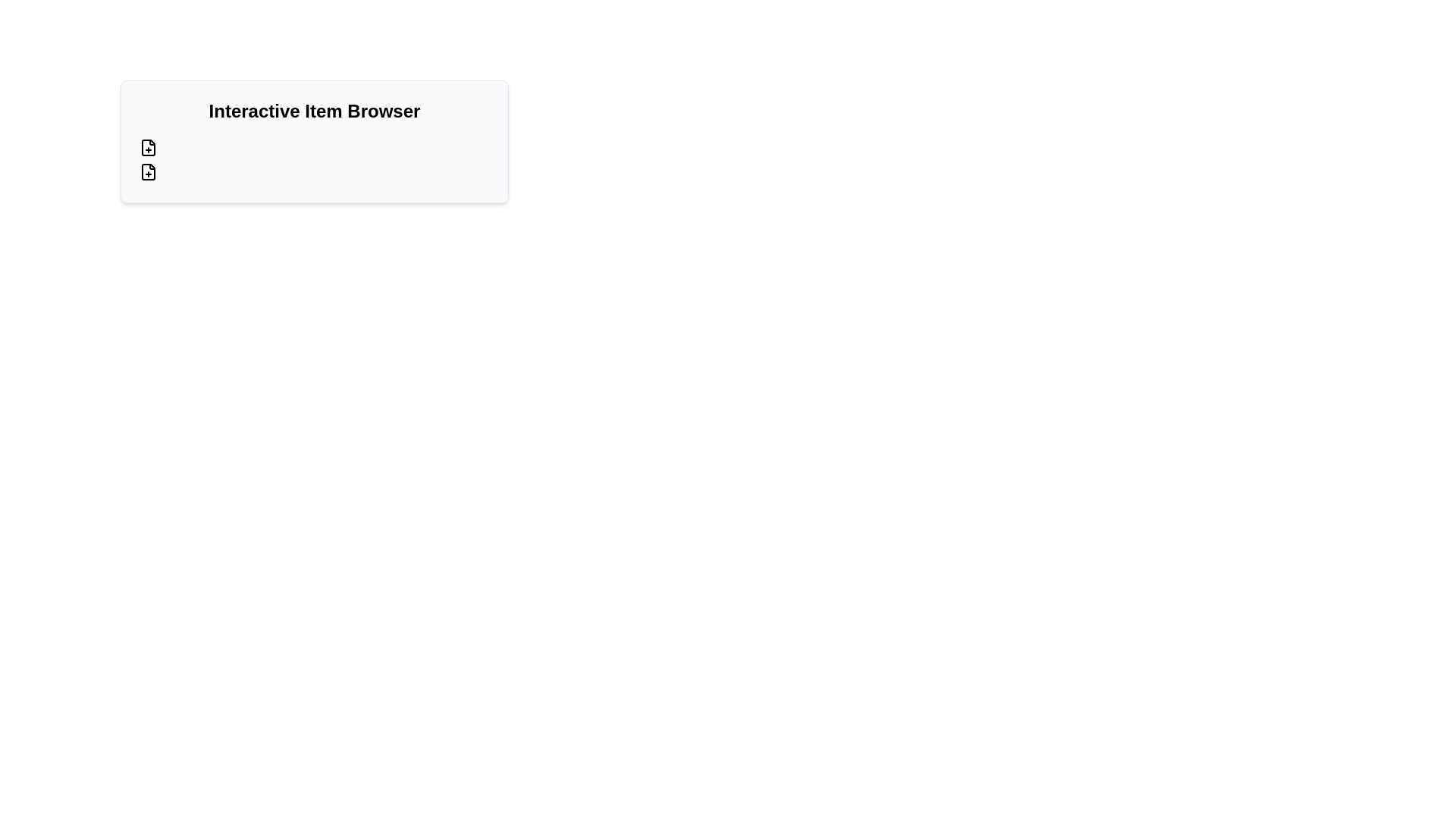 The image size is (1456, 819). Describe the element at coordinates (149, 148) in the screenshot. I see `the SVG icon element located in the top-left region of the interface, below the label 'Interactive Item Browser'` at that location.